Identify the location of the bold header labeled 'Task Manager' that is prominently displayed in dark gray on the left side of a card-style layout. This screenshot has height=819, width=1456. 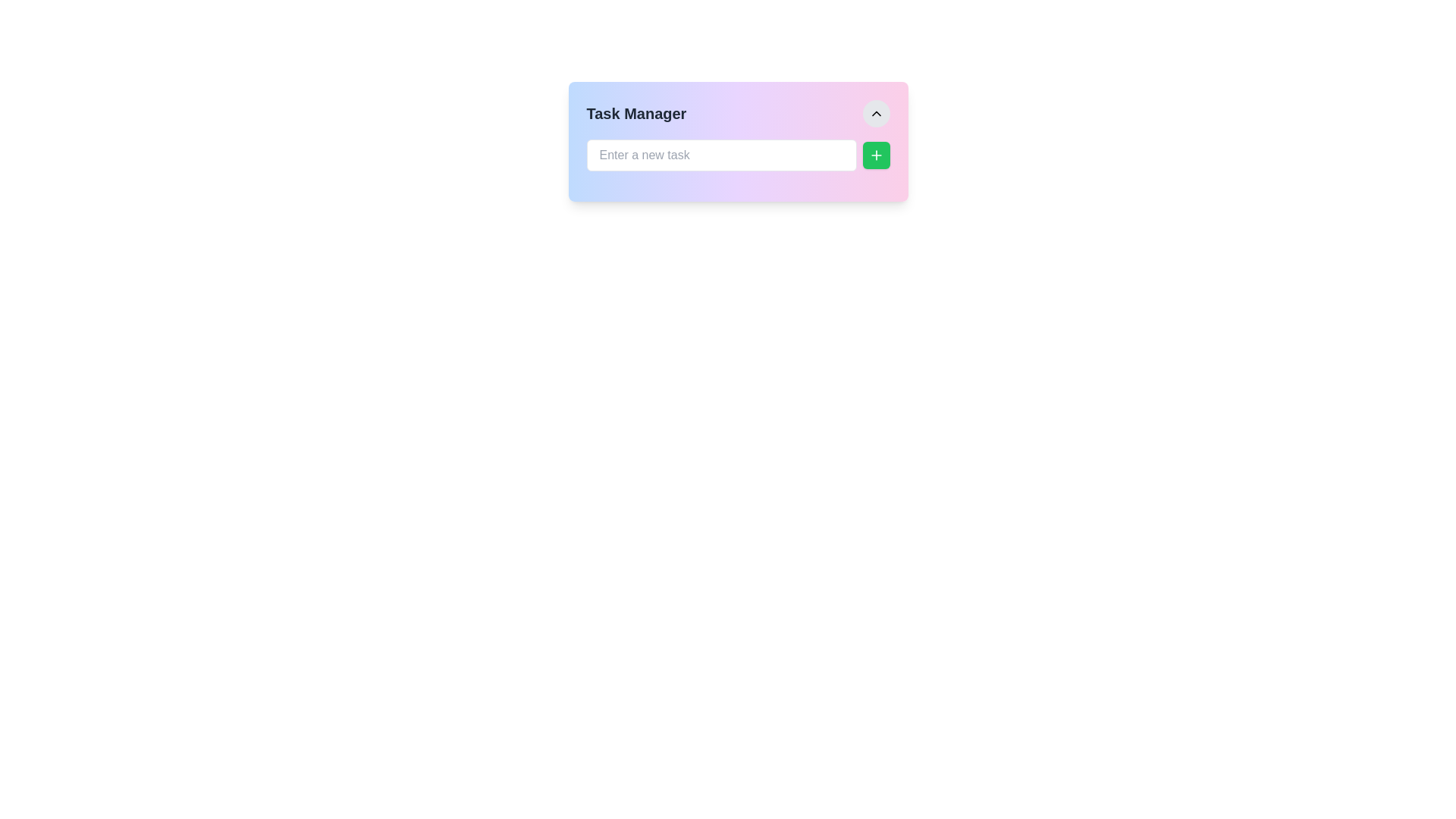
(636, 113).